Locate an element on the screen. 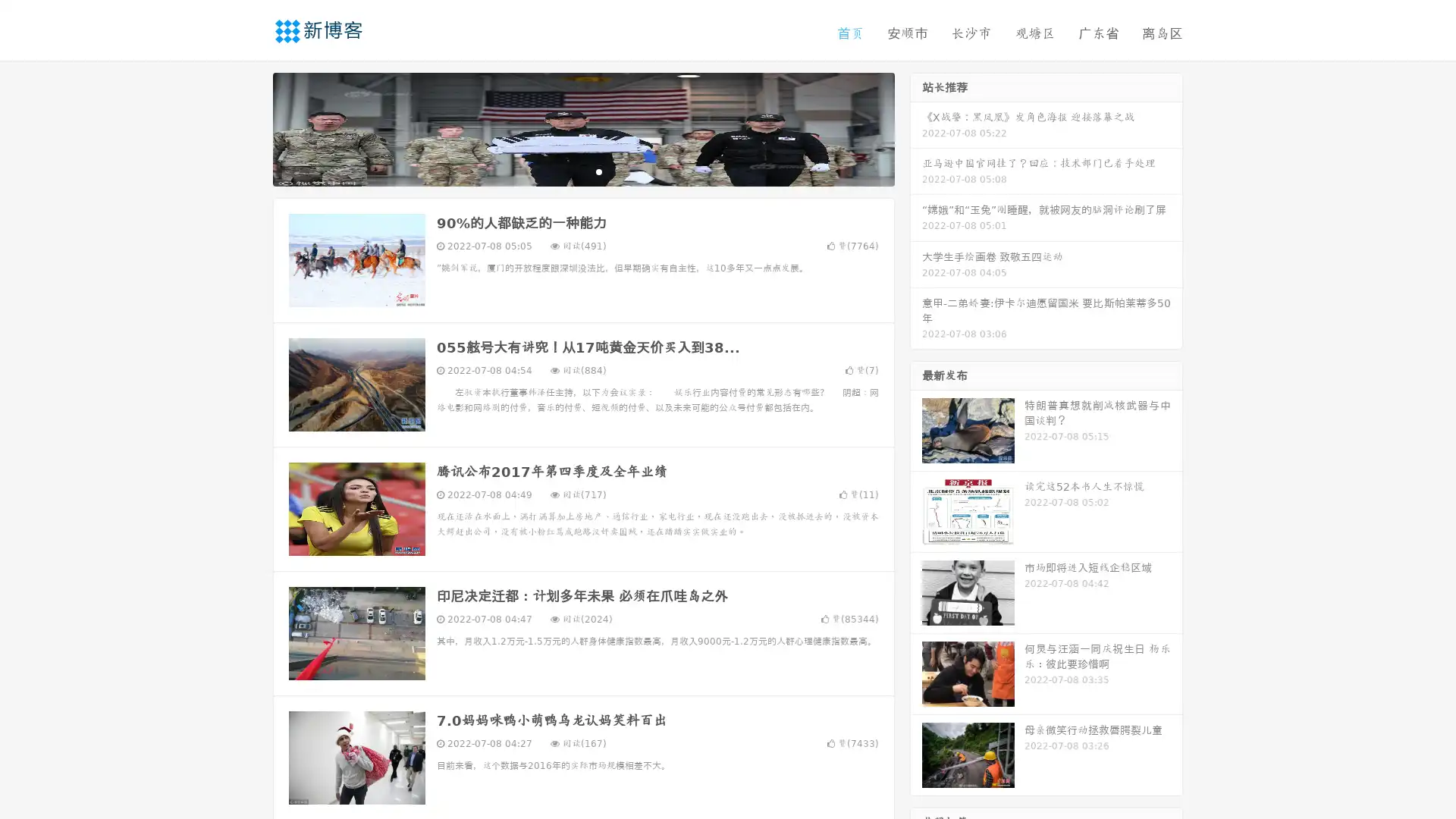 The image size is (1456, 819). Go to slide 3 is located at coordinates (598, 171).